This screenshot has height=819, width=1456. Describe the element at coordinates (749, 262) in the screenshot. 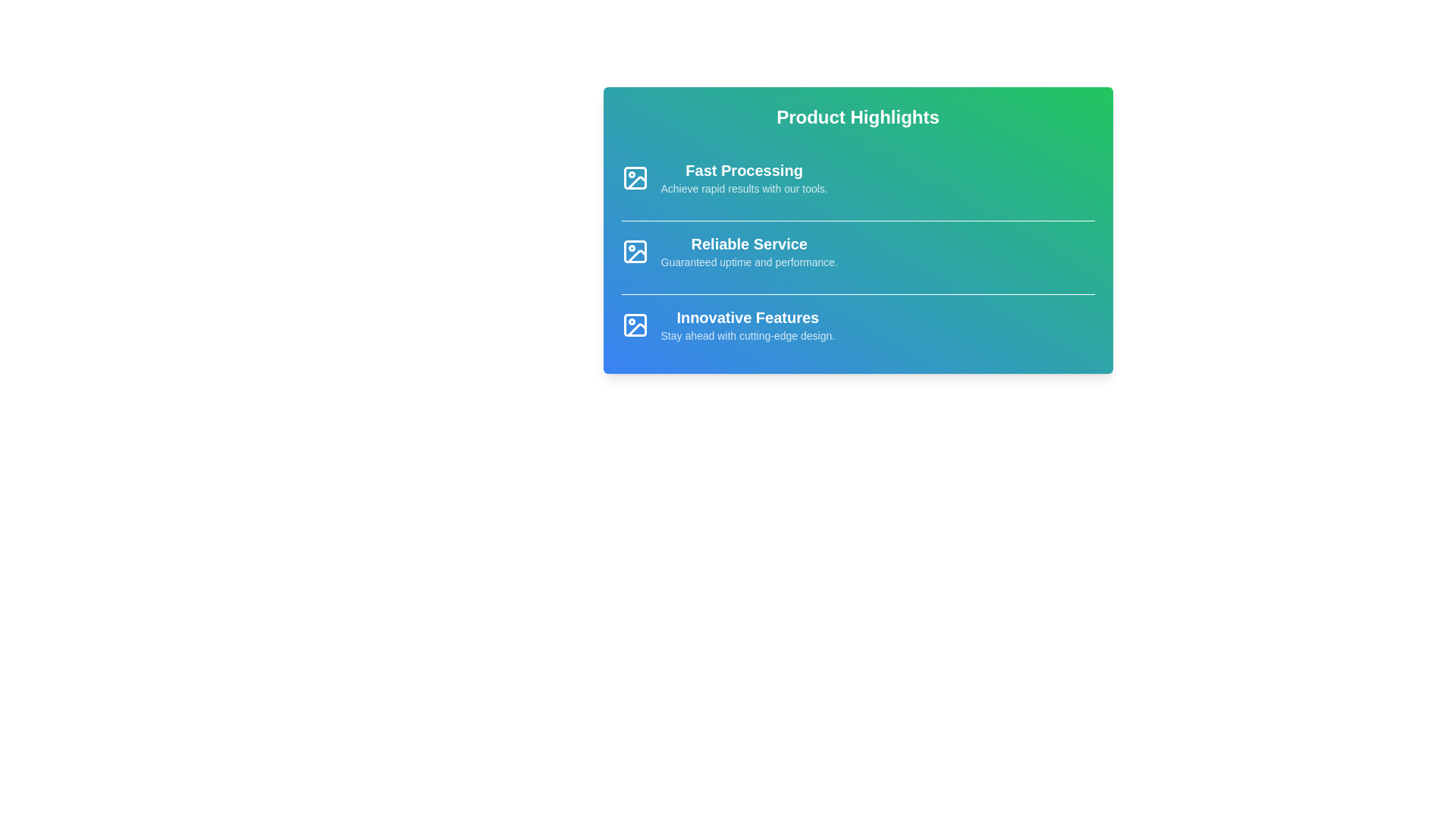

I see `the text label that reads 'Guaranteed uptime and performance,' which is styled in a smaller font under the heading 'Reliable Service' within the 'Product Highlights' panel` at that location.